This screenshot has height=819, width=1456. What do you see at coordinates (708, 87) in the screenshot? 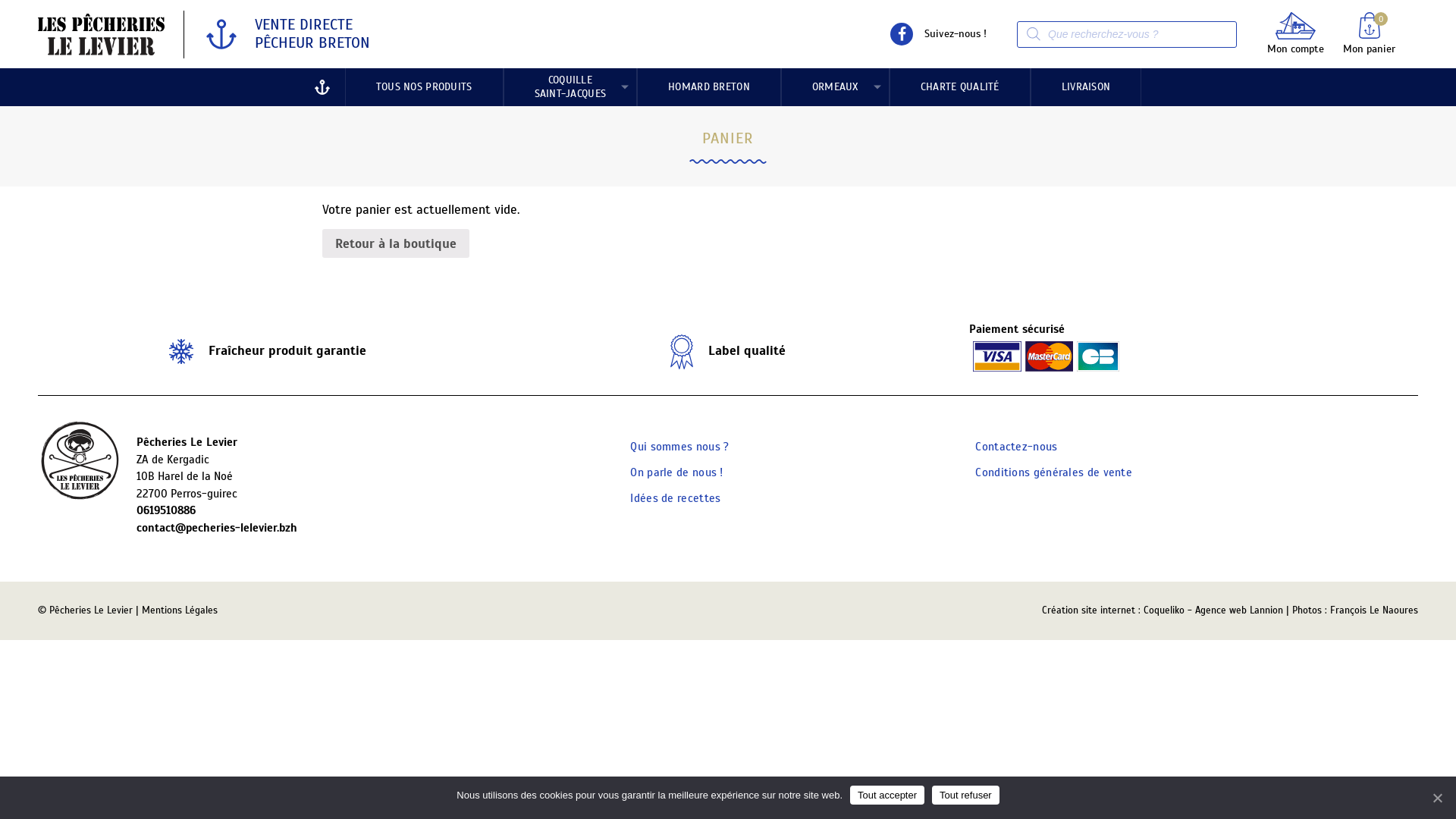
I see `'HOMARD BRETON'` at bounding box center [708, 87].